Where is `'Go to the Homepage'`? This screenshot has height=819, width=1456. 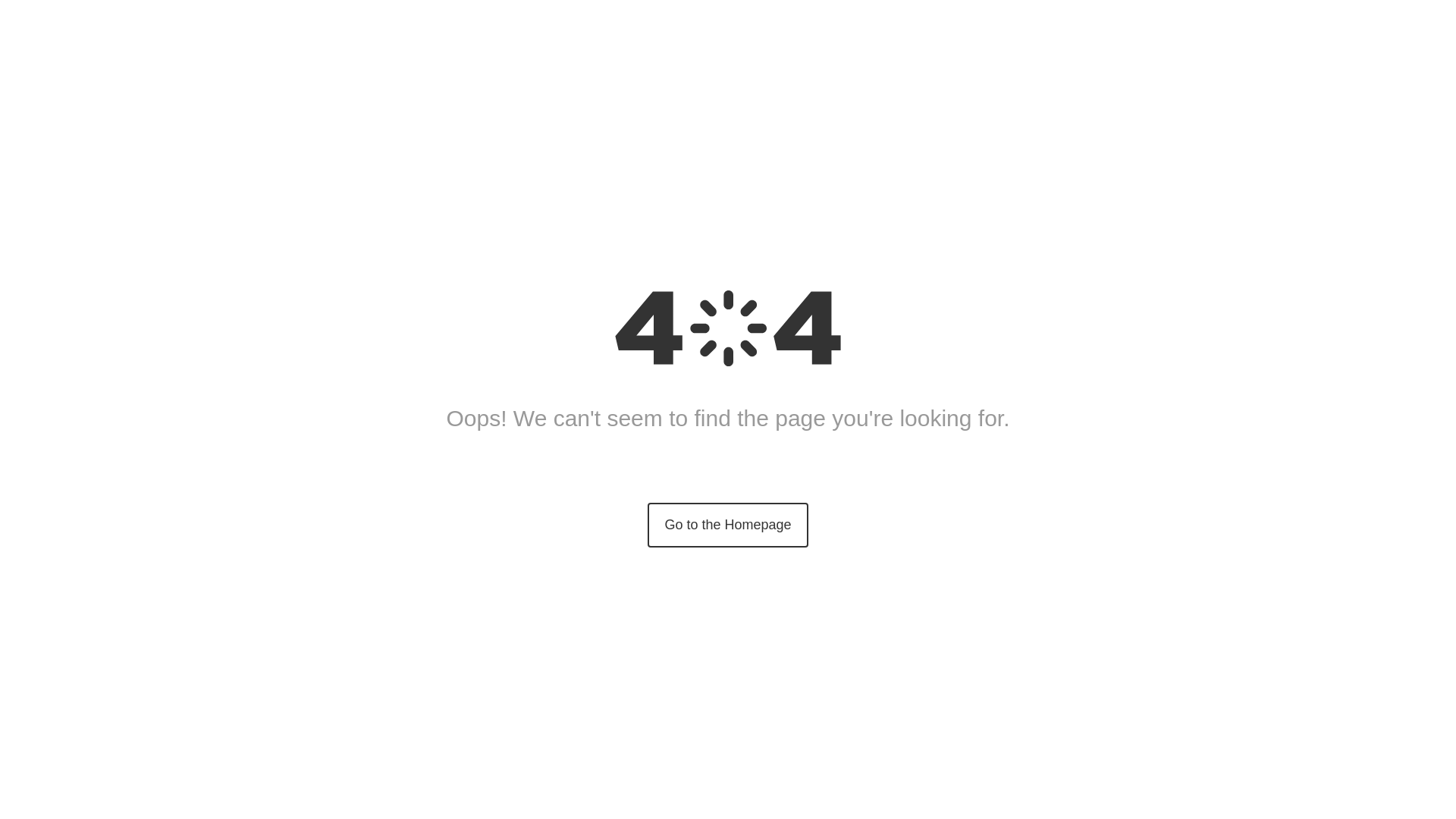
'Go to the Homepage' is located at coordinates (726, 524).